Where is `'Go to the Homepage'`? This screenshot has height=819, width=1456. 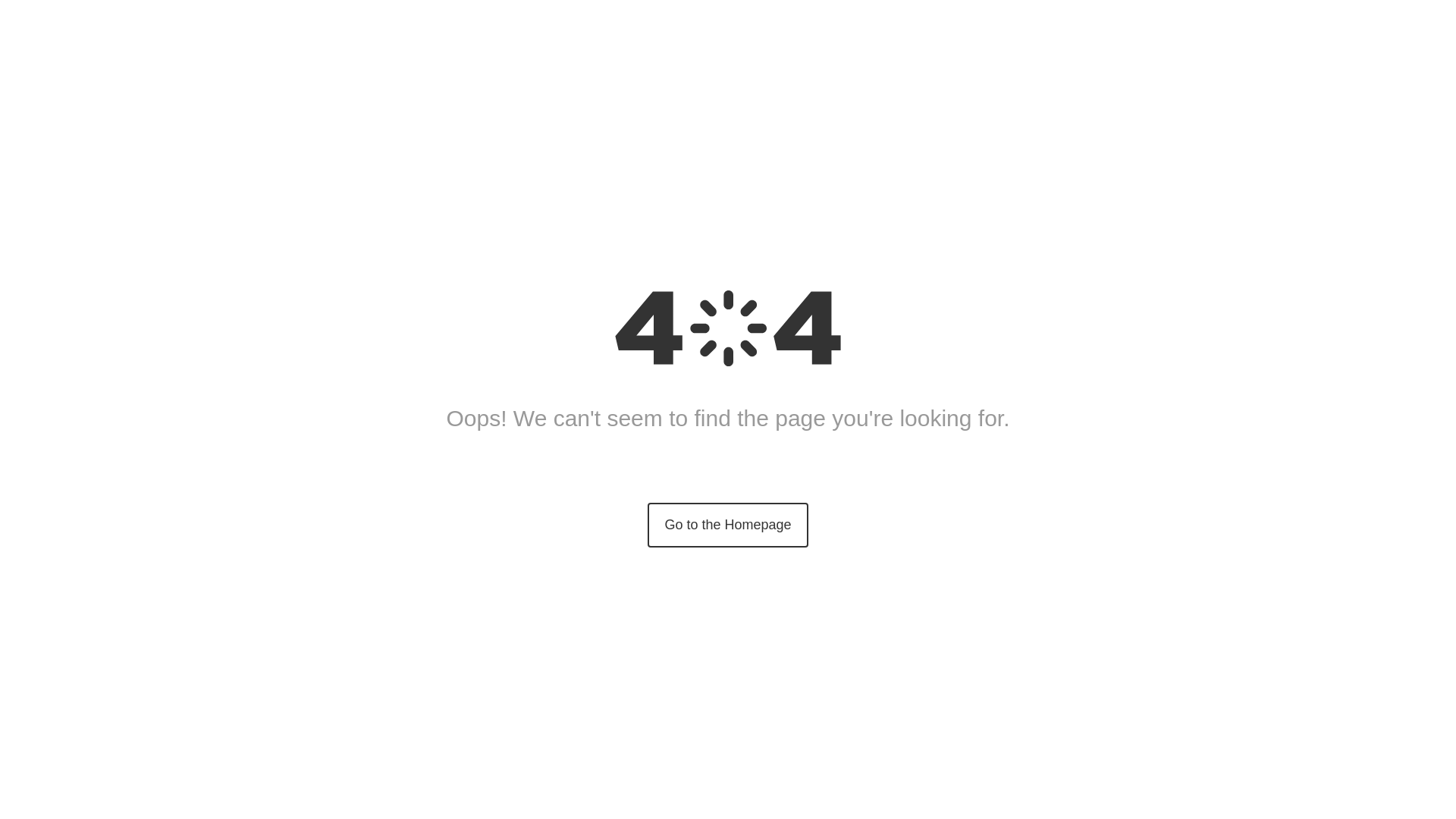
'Go to the Homepage' is located at coordinates (726, 524).